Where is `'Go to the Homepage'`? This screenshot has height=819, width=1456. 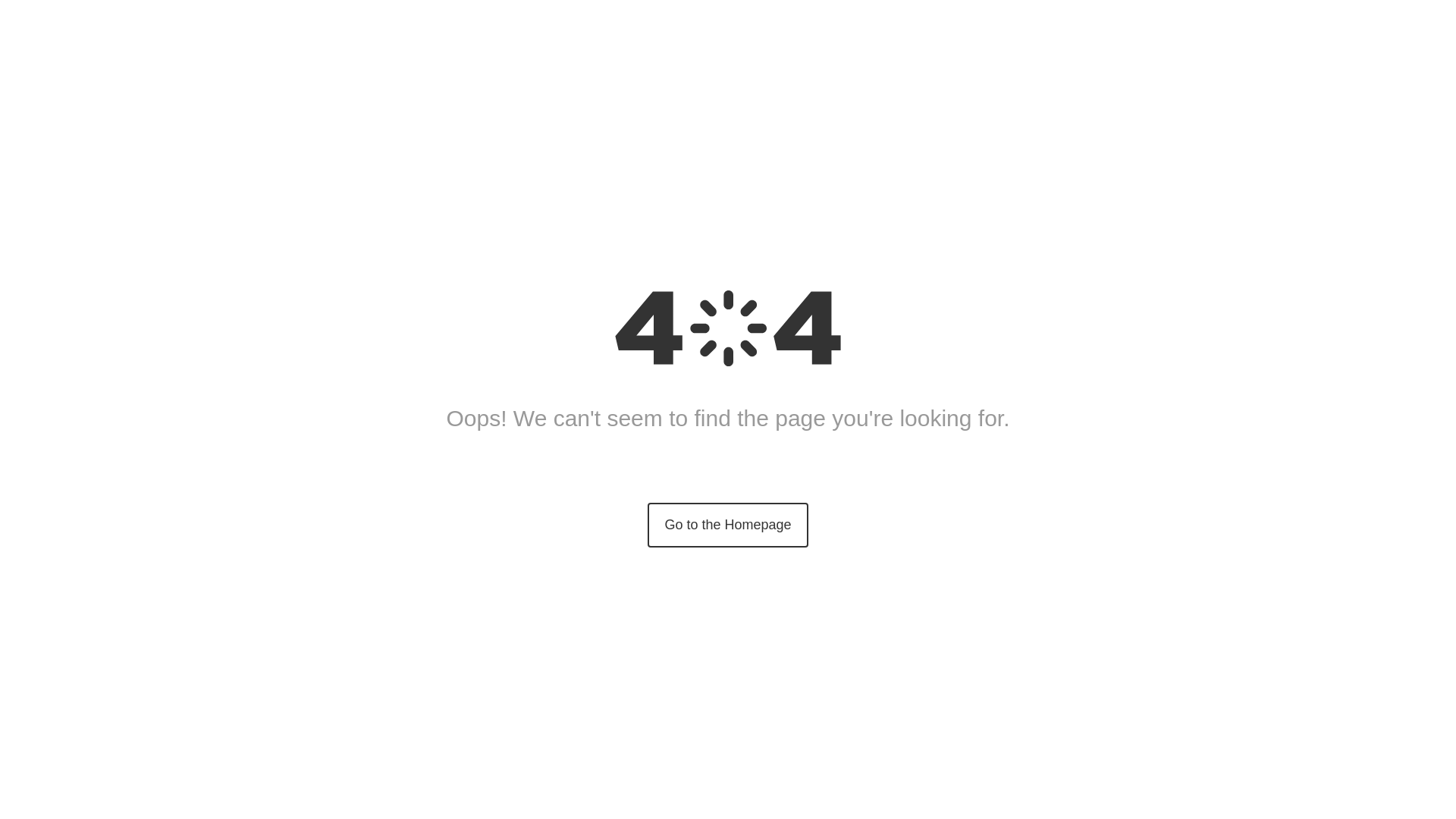
'Go to the Homepage' is located at coordinates (726, 524).